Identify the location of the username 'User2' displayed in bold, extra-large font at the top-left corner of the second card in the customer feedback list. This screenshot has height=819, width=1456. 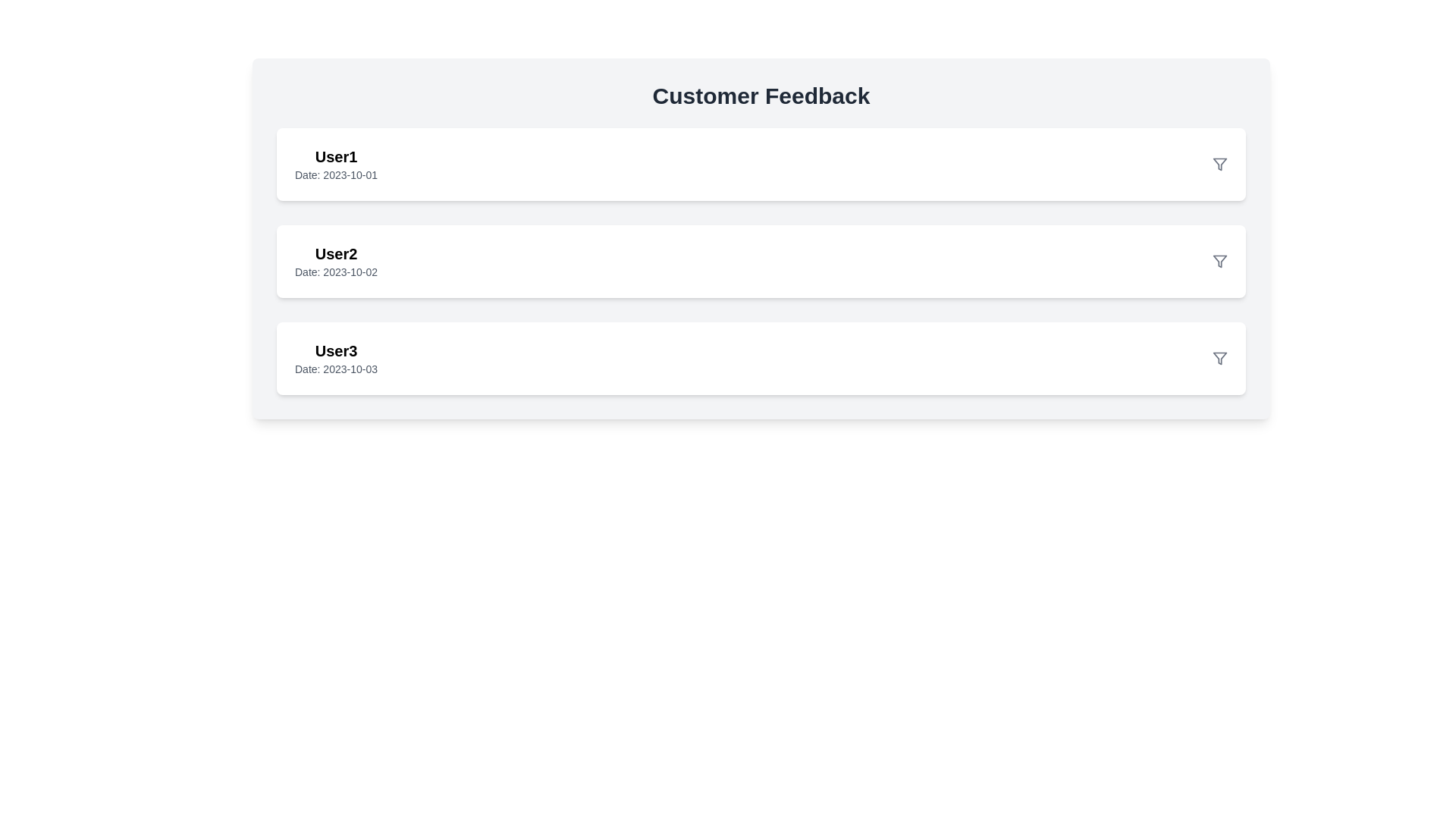
(335, 253).